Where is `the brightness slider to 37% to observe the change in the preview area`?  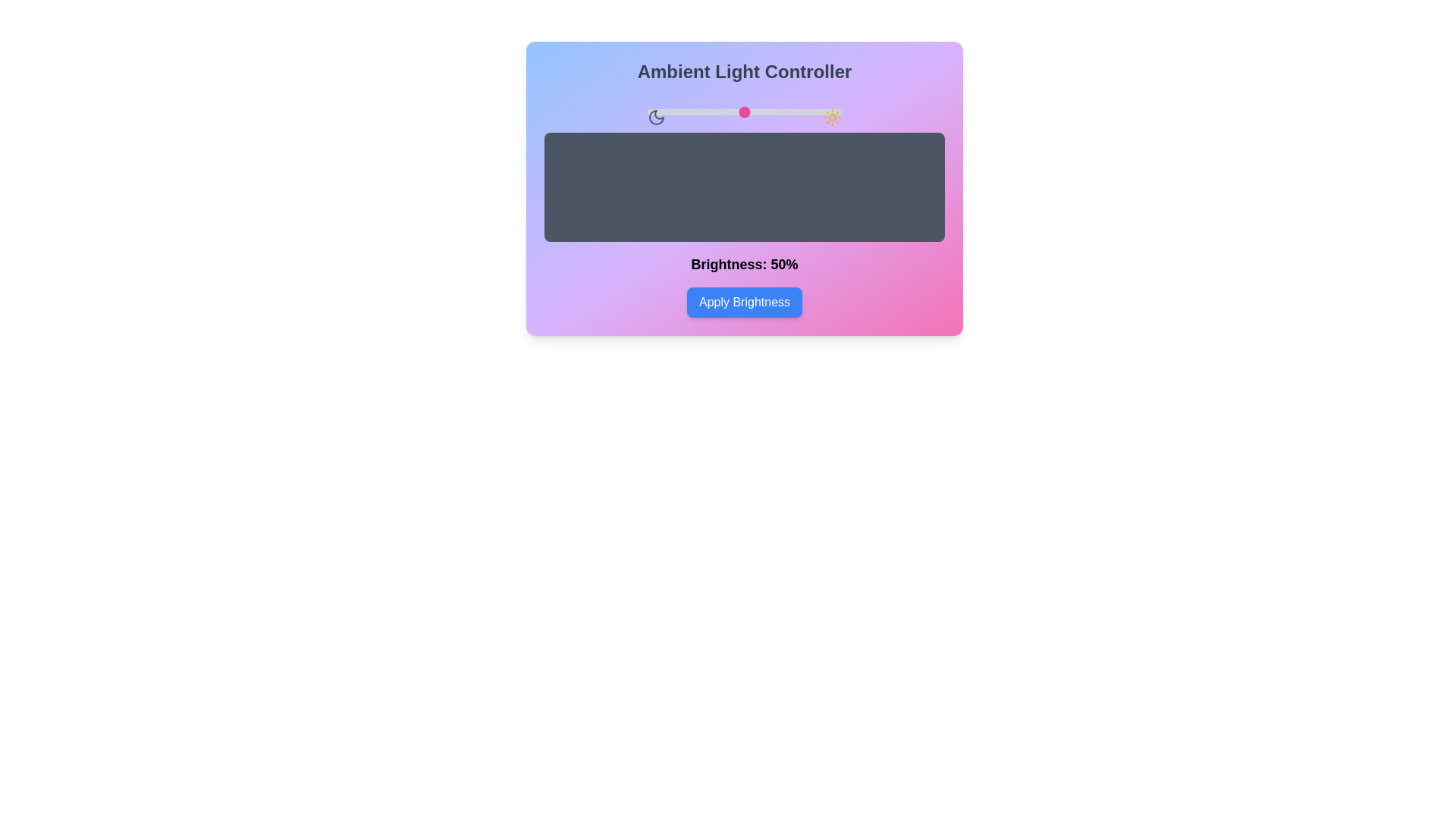
the brightness slider to 37% to observe the change in the preview area is located at coordinates (718, 111).